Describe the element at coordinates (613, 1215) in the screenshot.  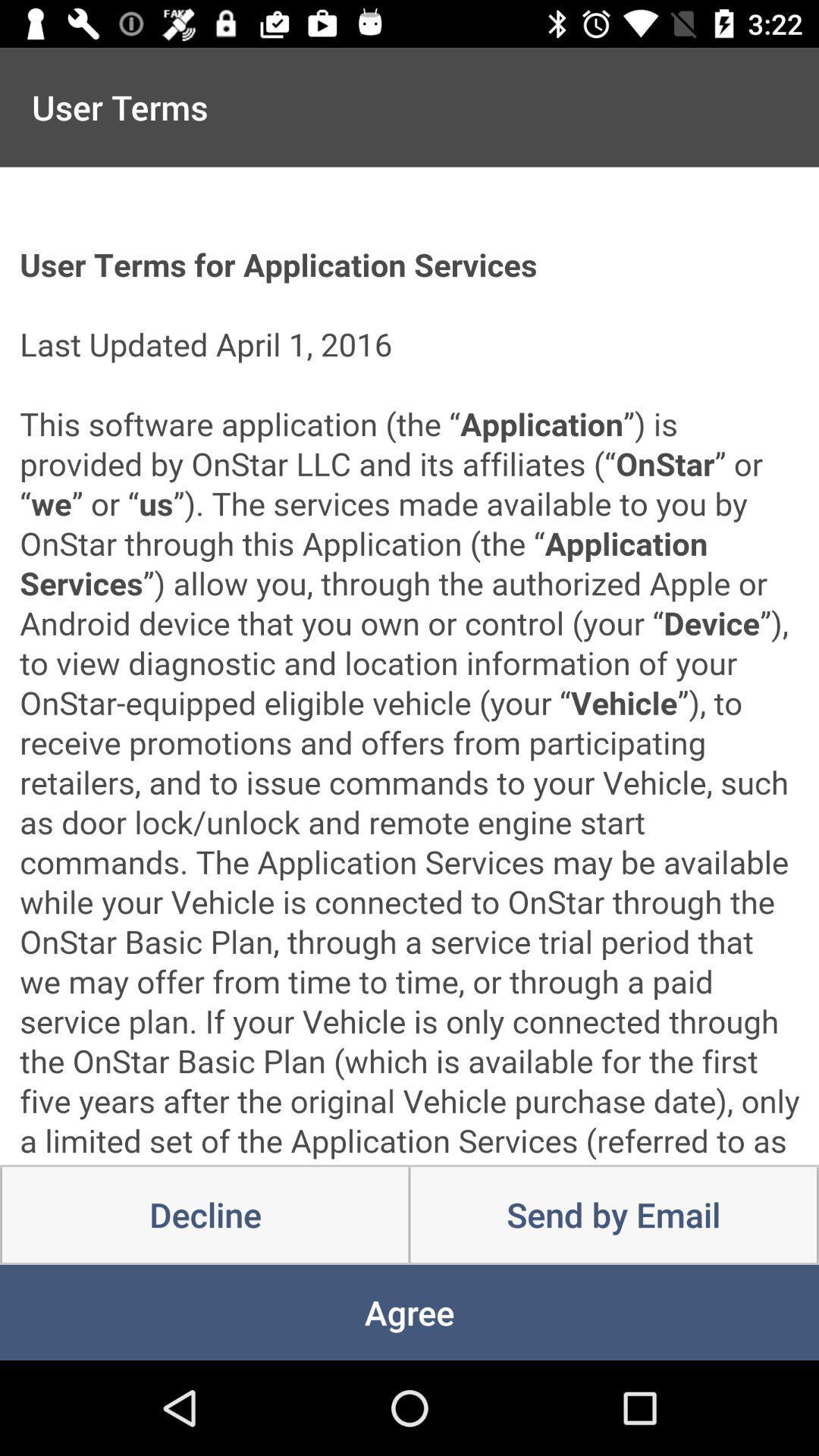
I see `the item above the agree item` at that location.